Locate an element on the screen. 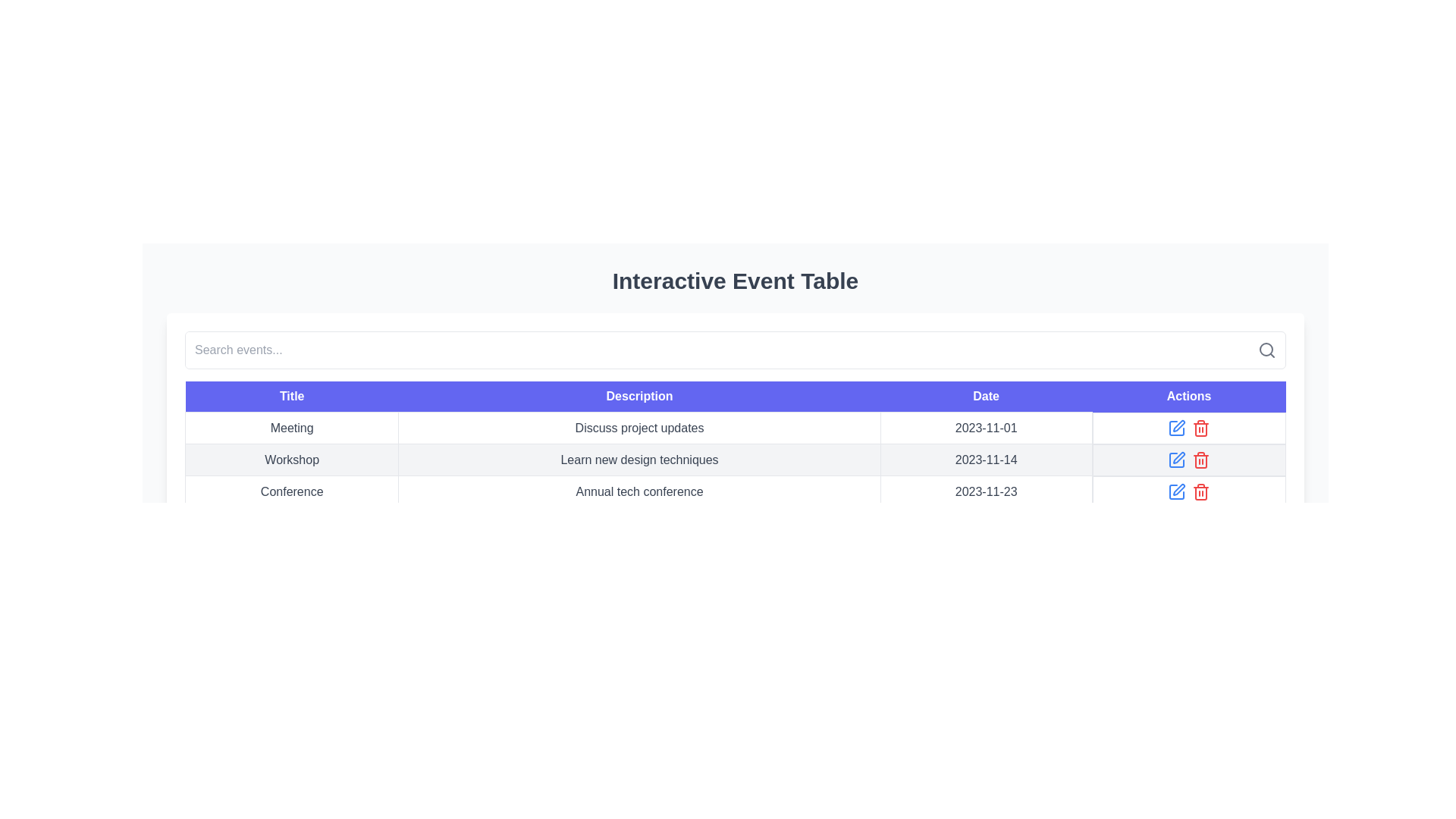  the text label displaying '2023-11-14' in dark gray font, located in the 'Date' column, second row of the table is located at coordinates (986, 459).